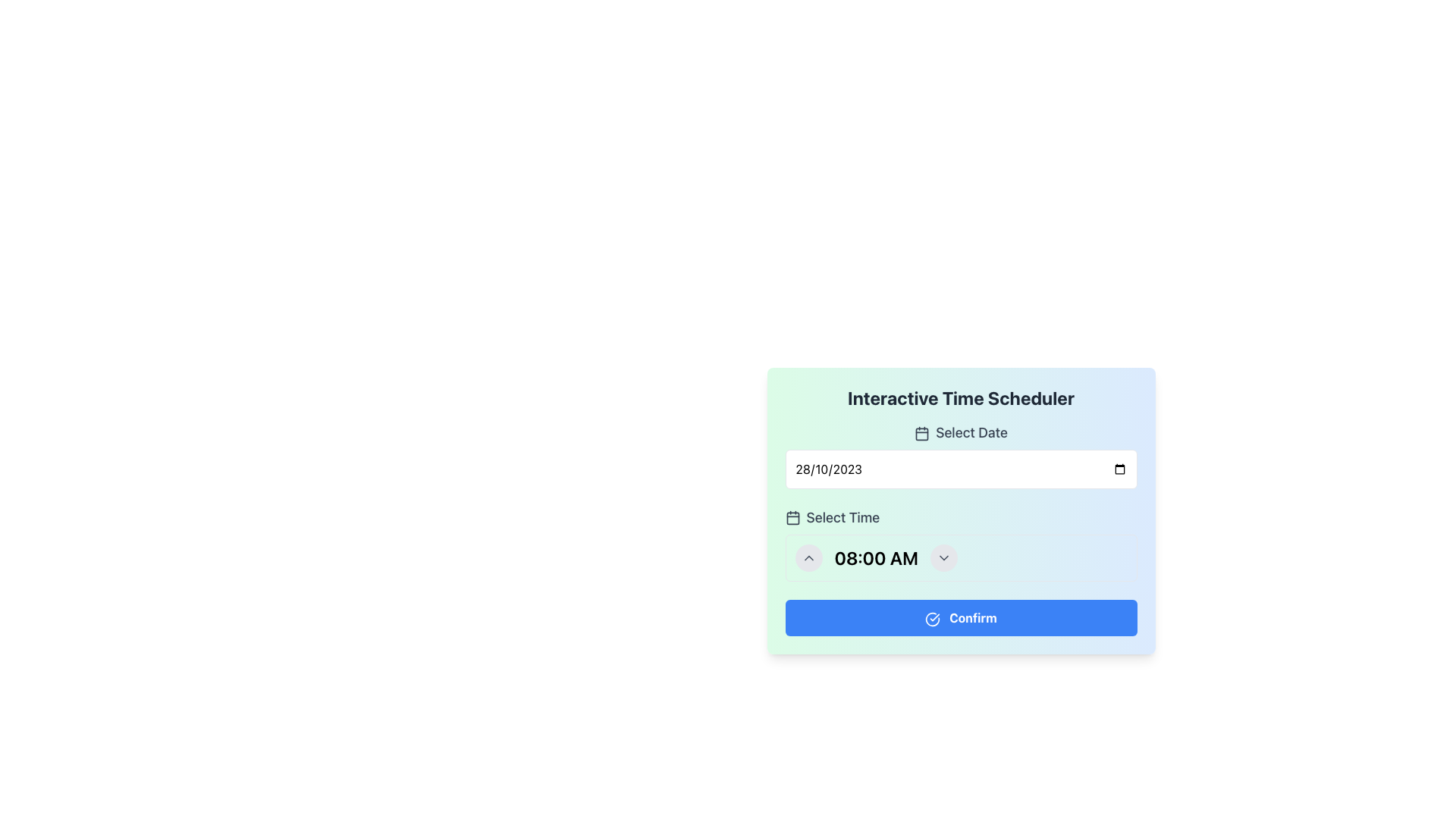  Describe the element at coordinates (960, 468) in the screenshot. I see `a date from the calendar widget by clicking on the Date Input Field, which has rounded borders and displays a date in the format '28/10/2023'` at that location.